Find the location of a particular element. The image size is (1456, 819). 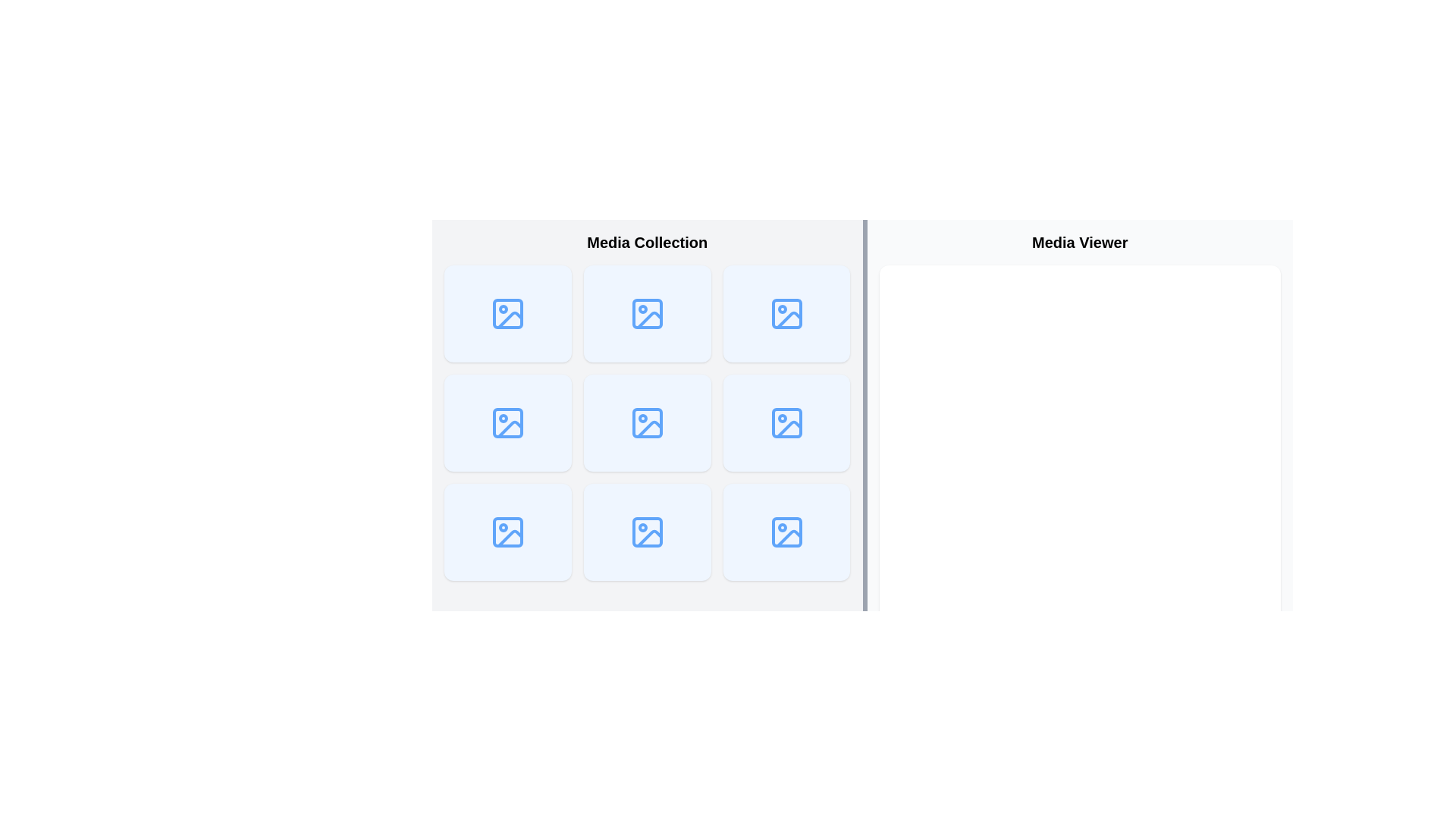

the top-middle icon in the 3x3 grid is located at coordinates (647, 312).